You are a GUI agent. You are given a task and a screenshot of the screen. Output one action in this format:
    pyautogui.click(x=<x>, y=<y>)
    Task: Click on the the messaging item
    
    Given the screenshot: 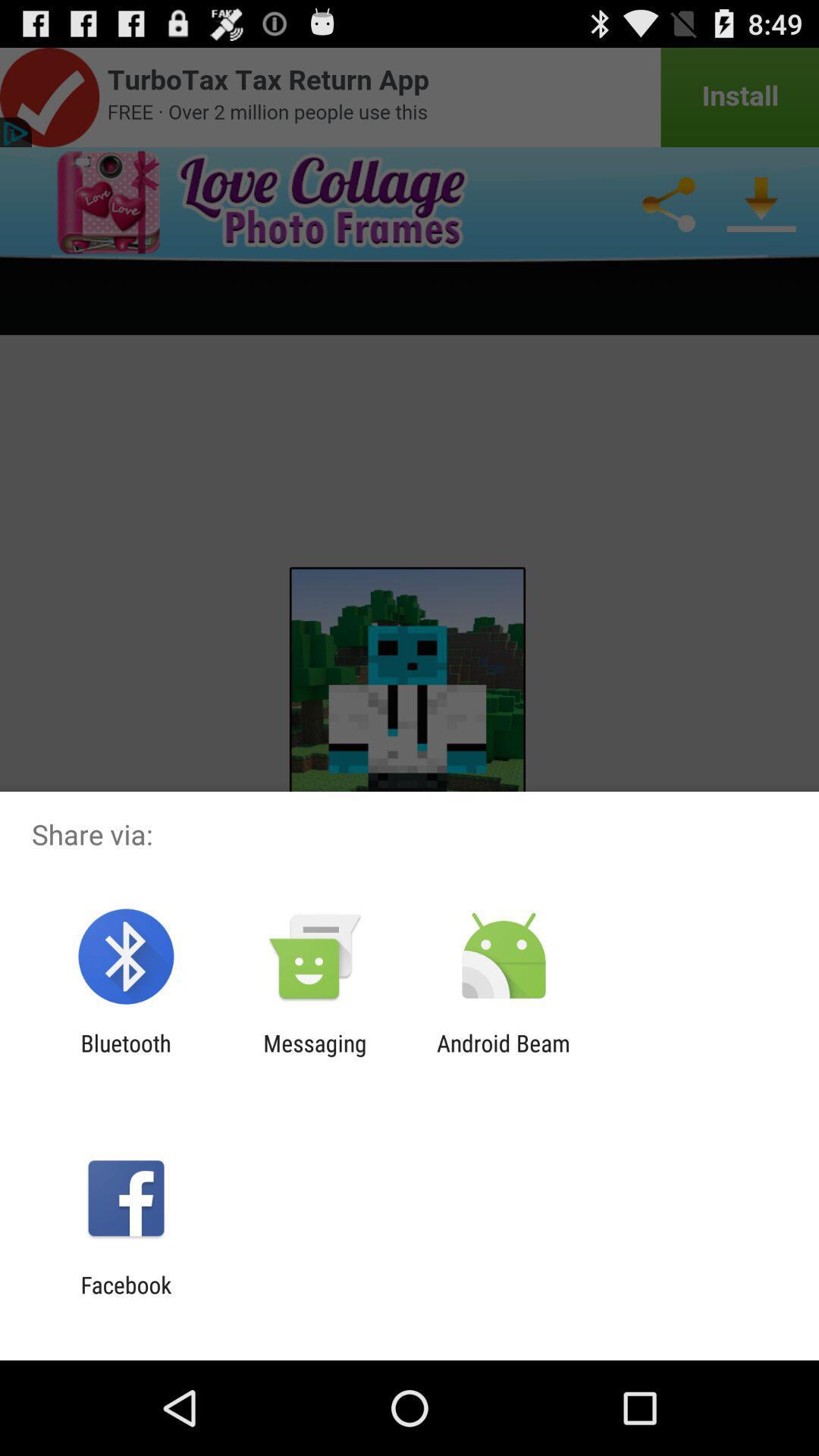 What is the action you would take?
    pyautogui.click(x=314, y=1056)
    